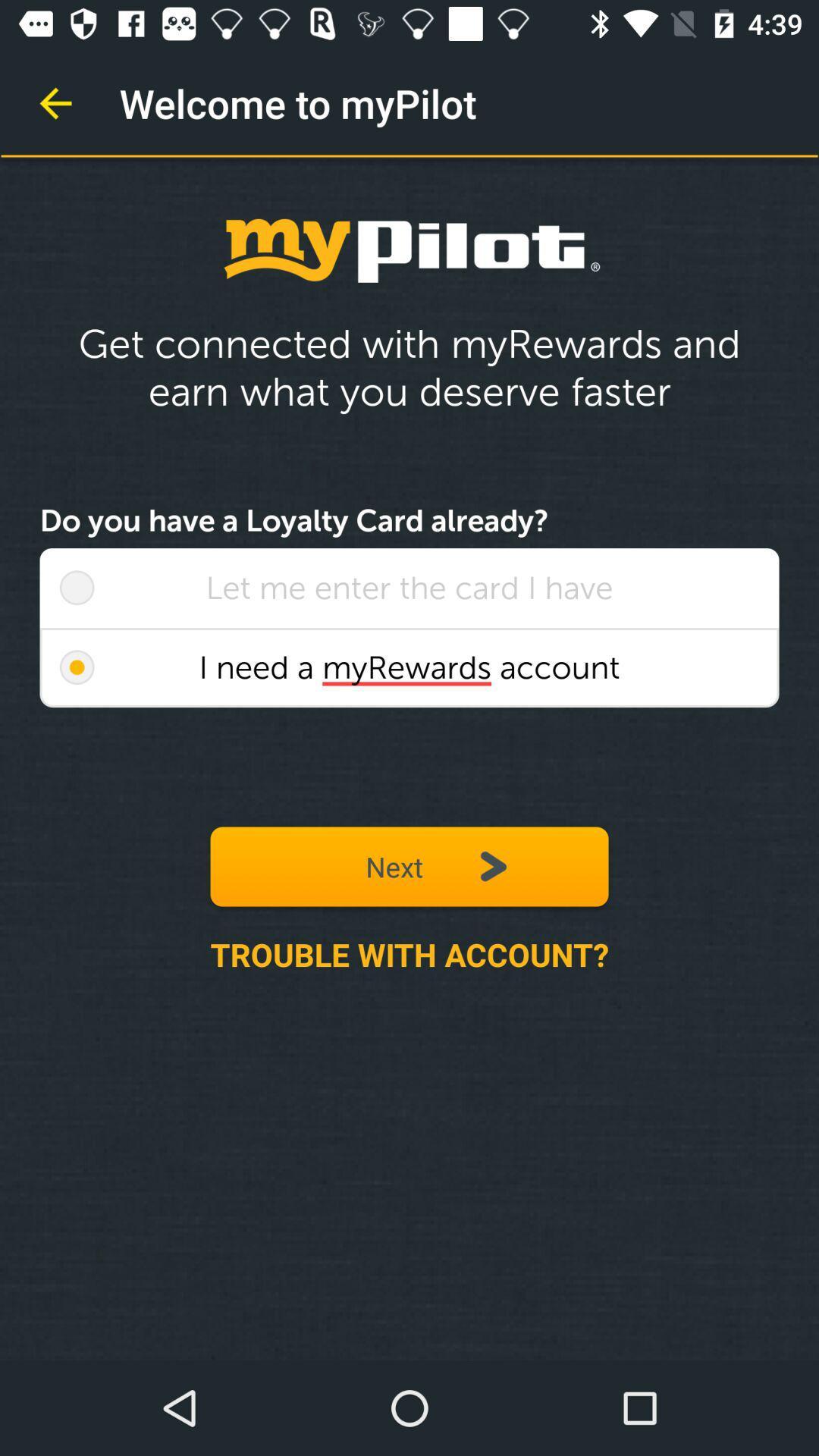 This screenshot has width=819, height=1456. I want to click on the item above the trouble with account? item, so click(77, 667).